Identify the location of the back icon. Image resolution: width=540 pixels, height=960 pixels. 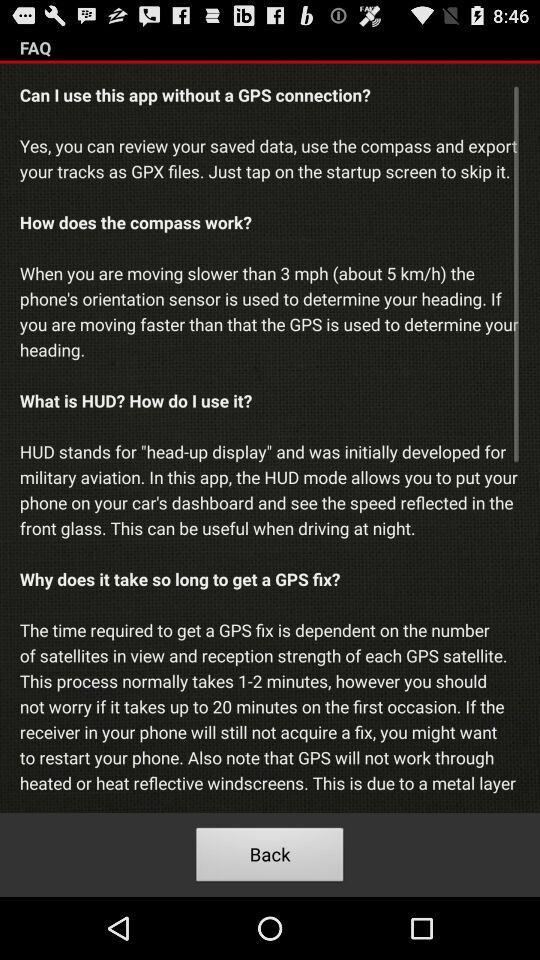
(270, 856).